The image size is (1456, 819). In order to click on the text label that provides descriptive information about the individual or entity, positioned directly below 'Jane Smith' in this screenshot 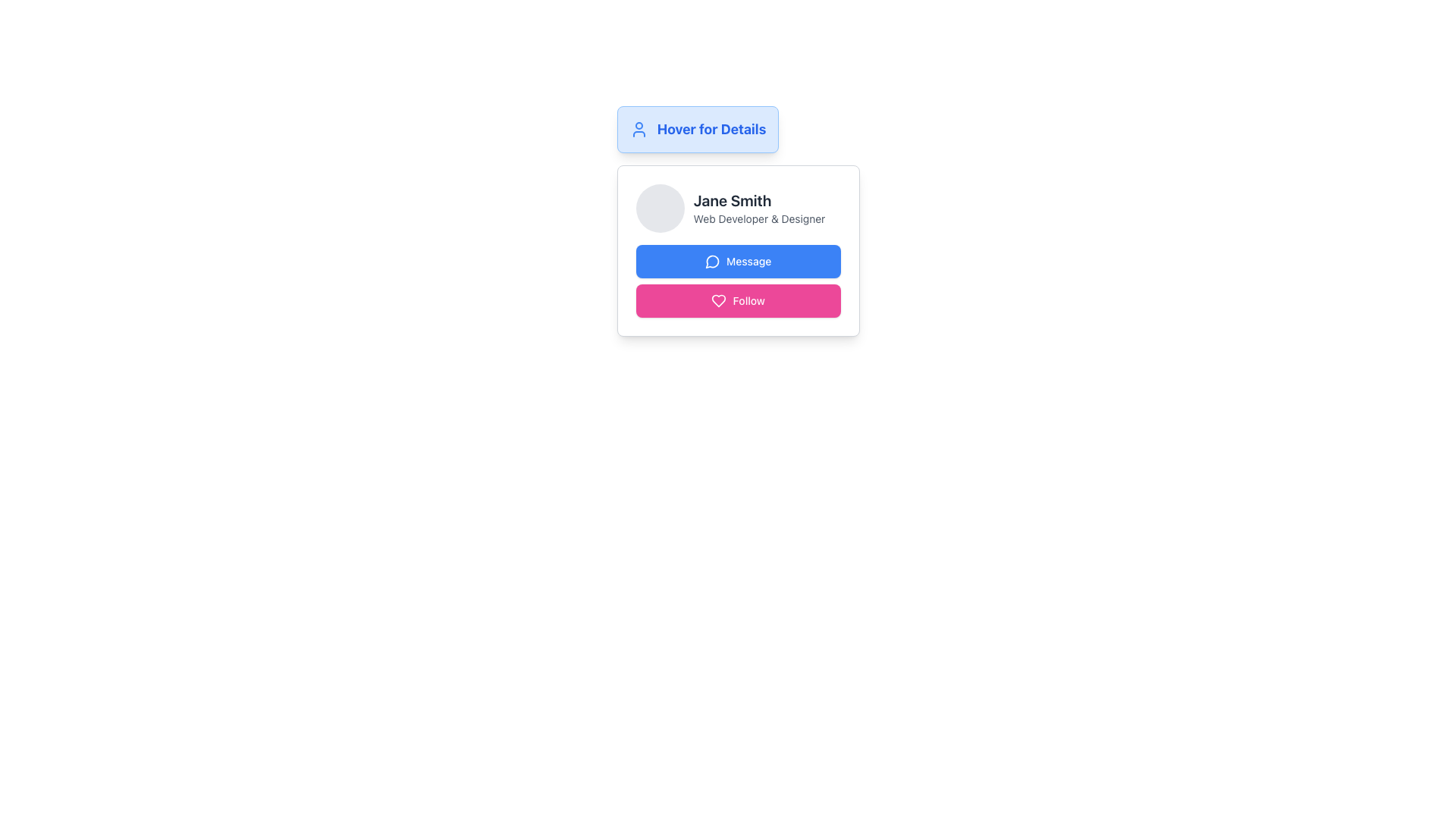, I will do `click(759, 219)`.